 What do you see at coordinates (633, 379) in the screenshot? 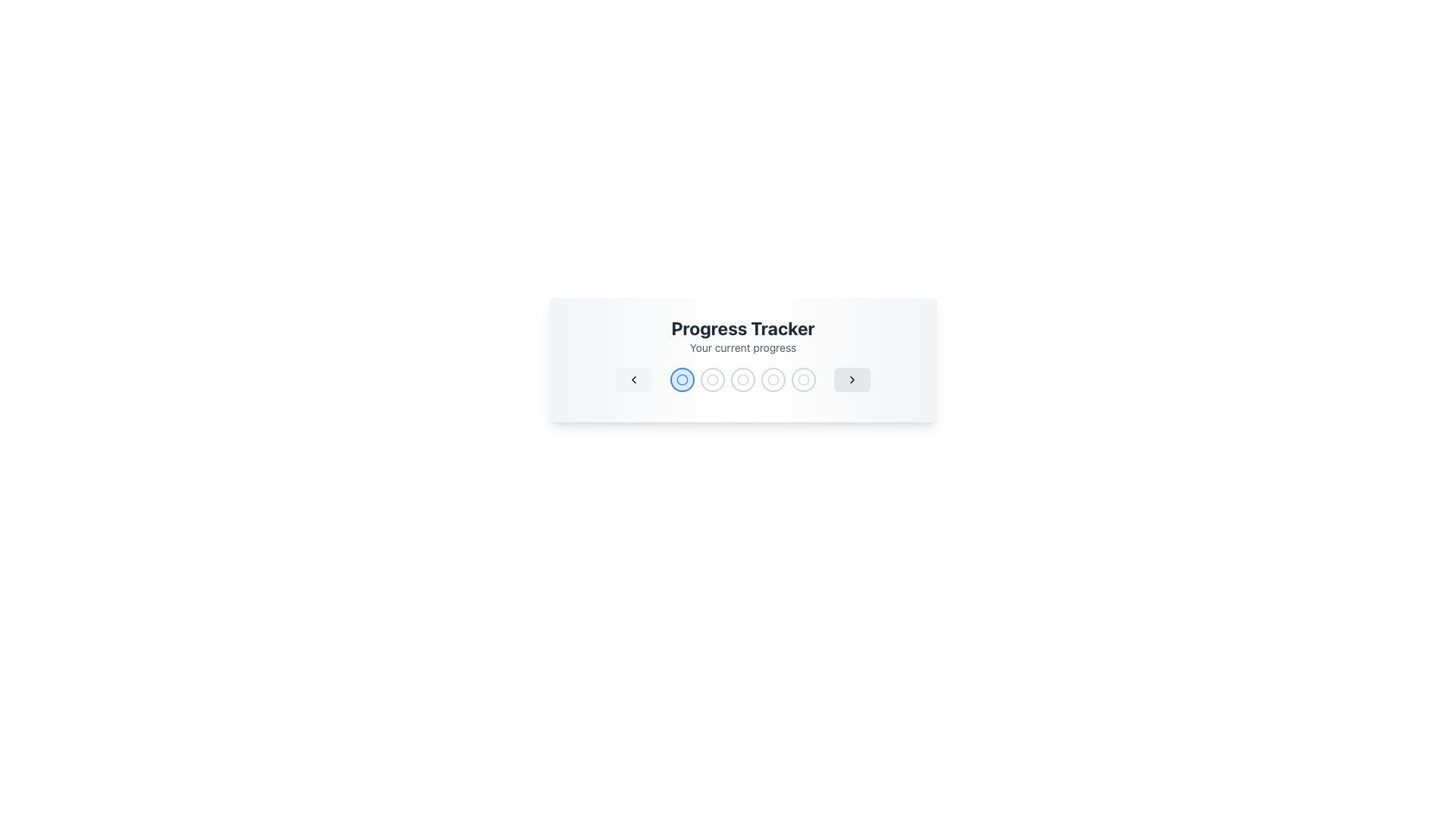
I see `the navigation button located under the title 'Progress Tracker', which is the first element in the sequence to trigger hover styling` at bounding box center [633, 379].